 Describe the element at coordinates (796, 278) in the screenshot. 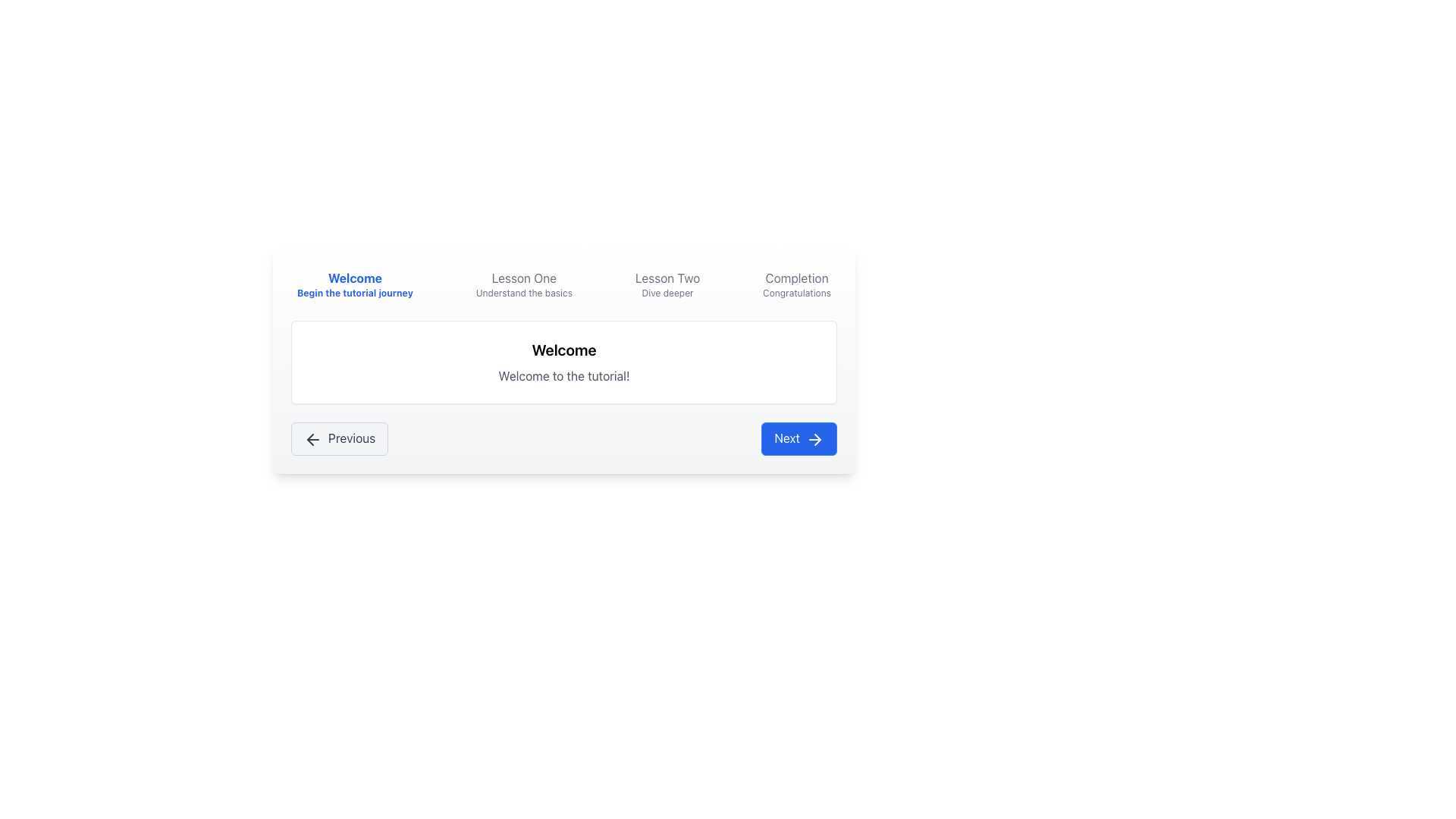

I see `the 'Completion' label, which is a subdued gray text label located at the far-right position among the text headers in the row near the top of the interface` at that location.